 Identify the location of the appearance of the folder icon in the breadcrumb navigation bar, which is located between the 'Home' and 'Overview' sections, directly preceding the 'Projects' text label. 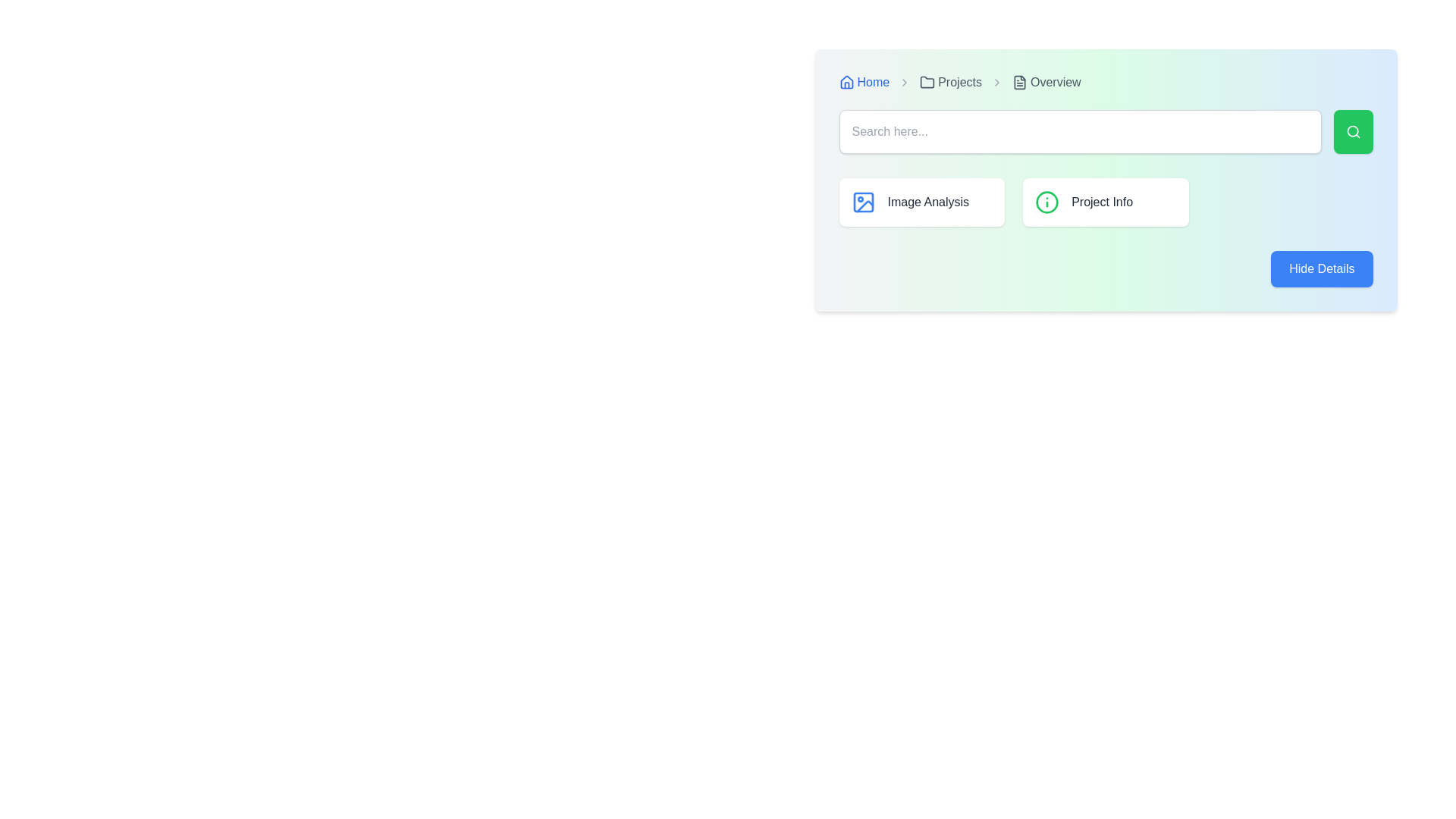
(927, 82).